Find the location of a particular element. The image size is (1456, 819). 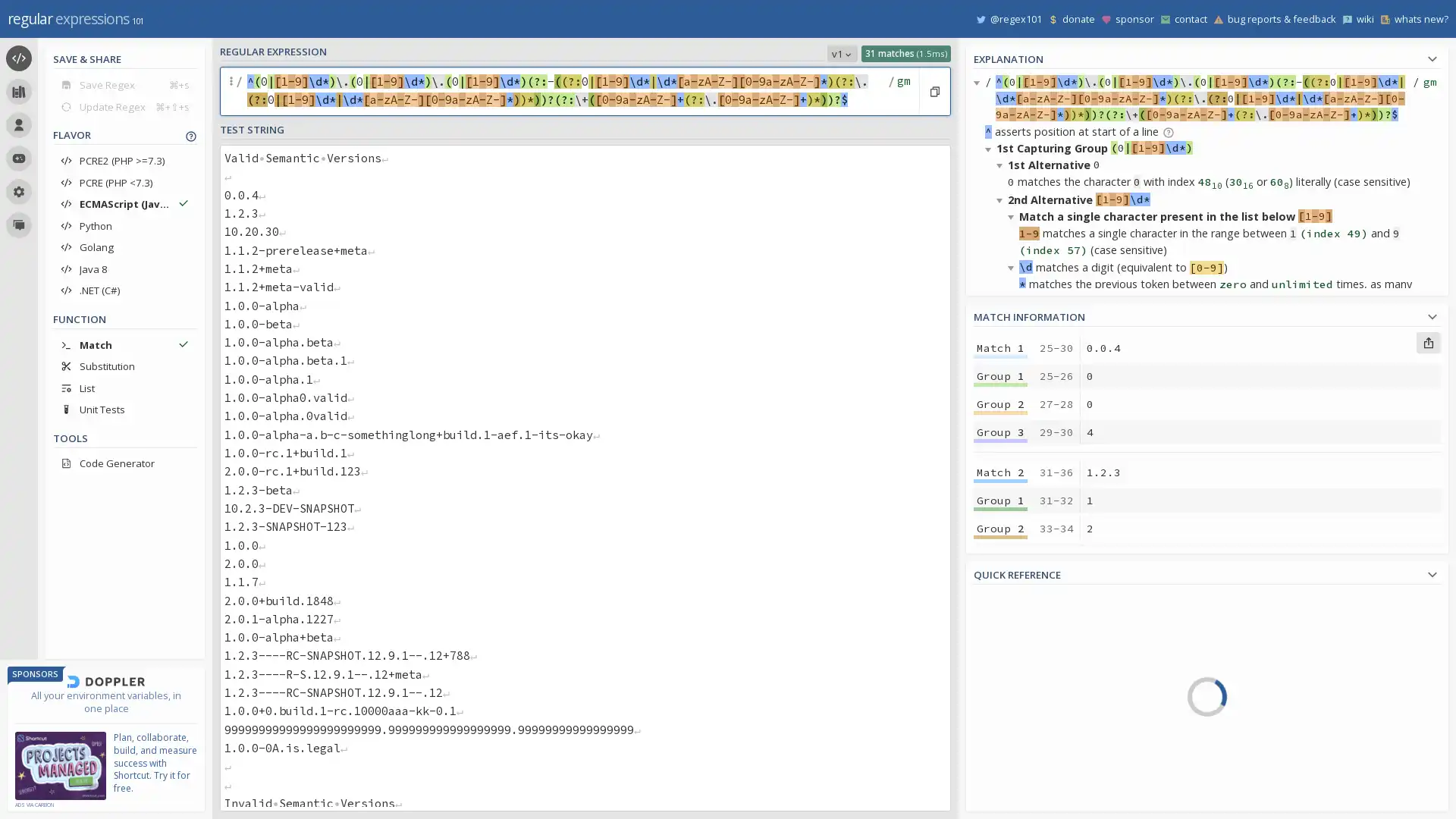

Collapse Subtree is located at coordinates (1013, 403).